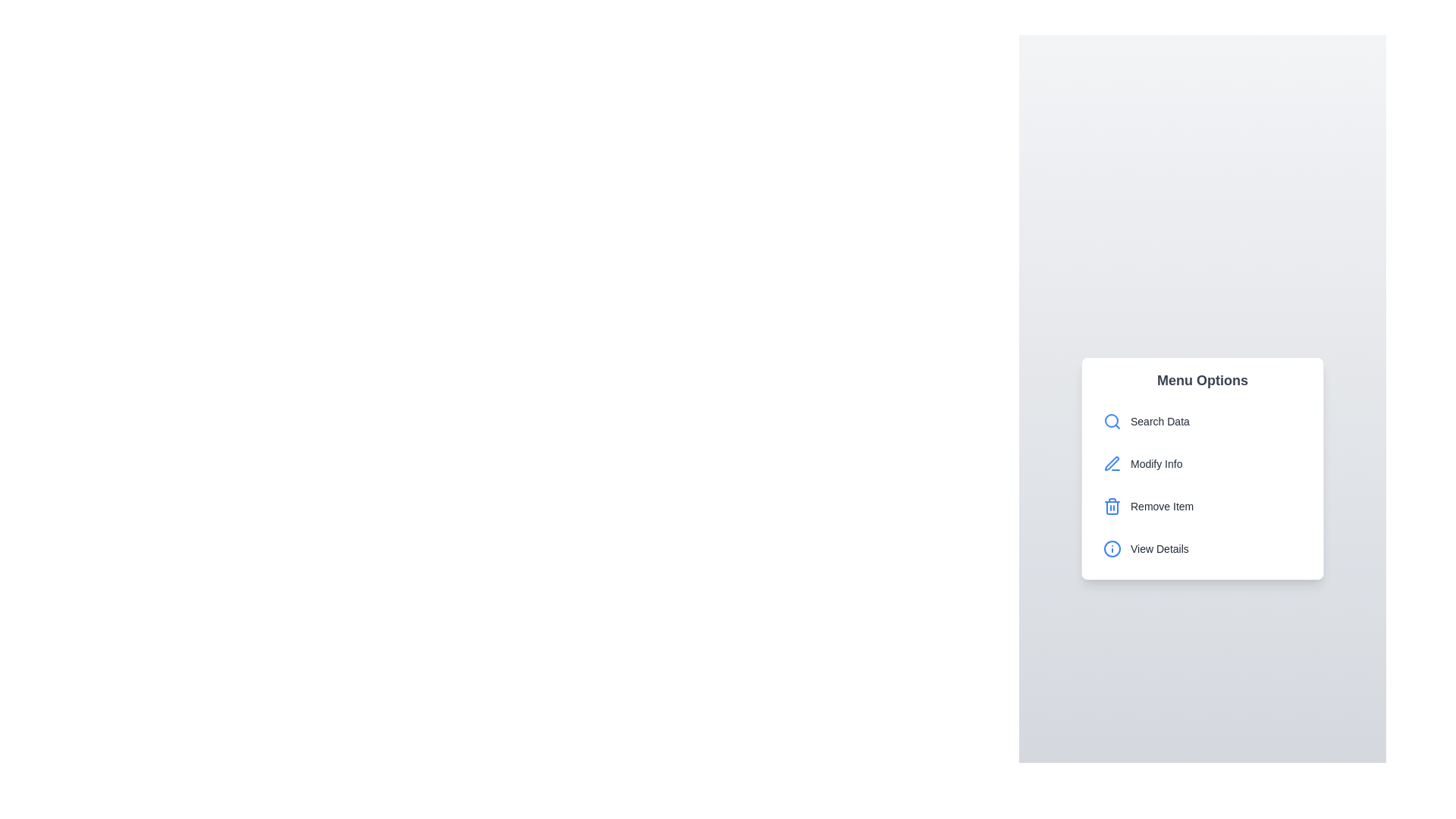 The image size is (1456, 819). What do you see at coordinates (1112, 421) in the screenshot?
I see `the 'Search' icon located to the left of the 'Search Data' text in the 'Menu Options' panel` at bounding box center [1112, 421].